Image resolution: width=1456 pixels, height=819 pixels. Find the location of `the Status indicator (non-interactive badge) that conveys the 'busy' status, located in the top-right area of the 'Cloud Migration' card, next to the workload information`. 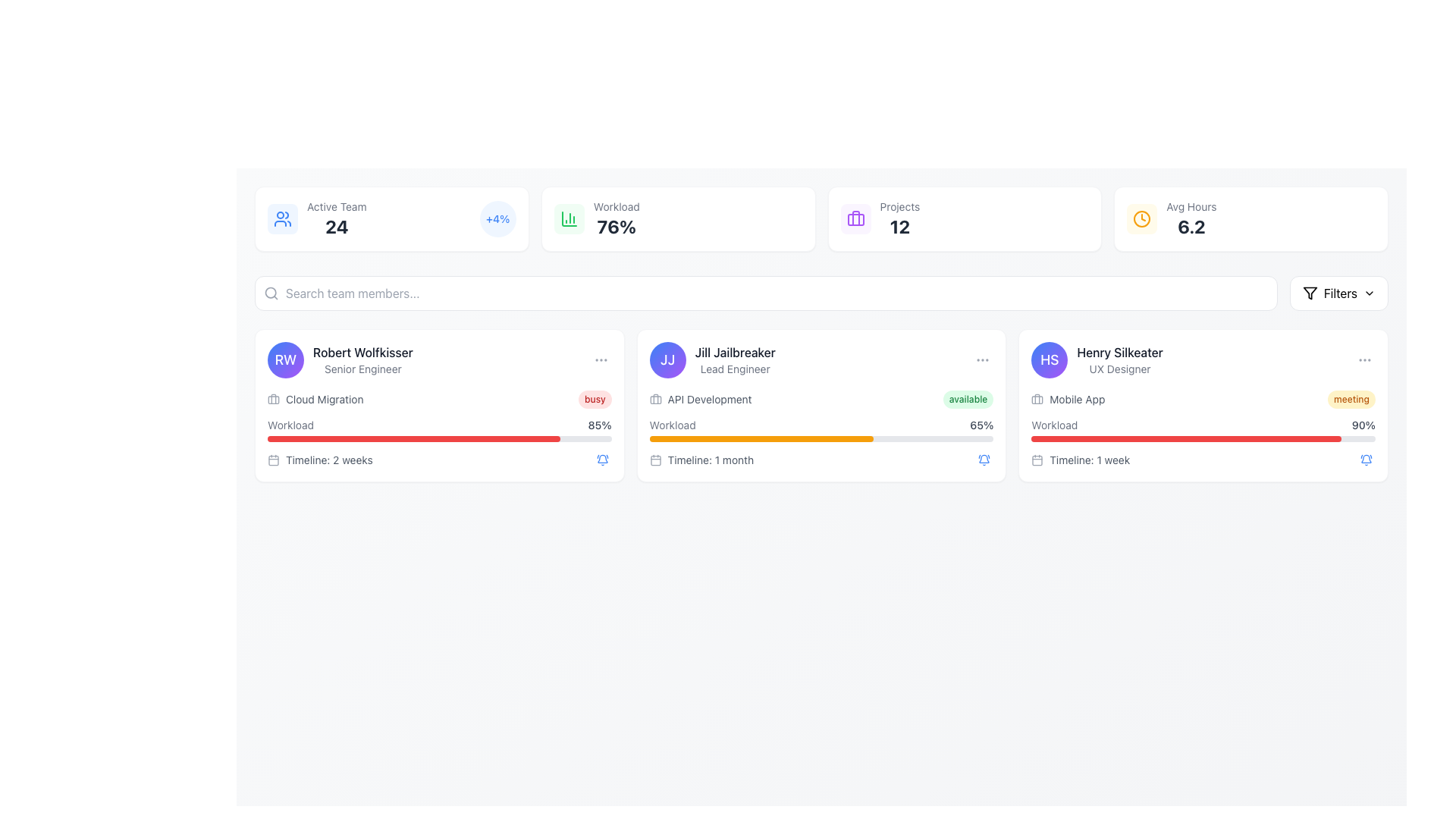

the Status indicator (non-interactive badge) that conveys the 'busy' status, located in the top-right area of the 'Cloud Migration' card, next to the workload information is located at coordinates (594, 399).